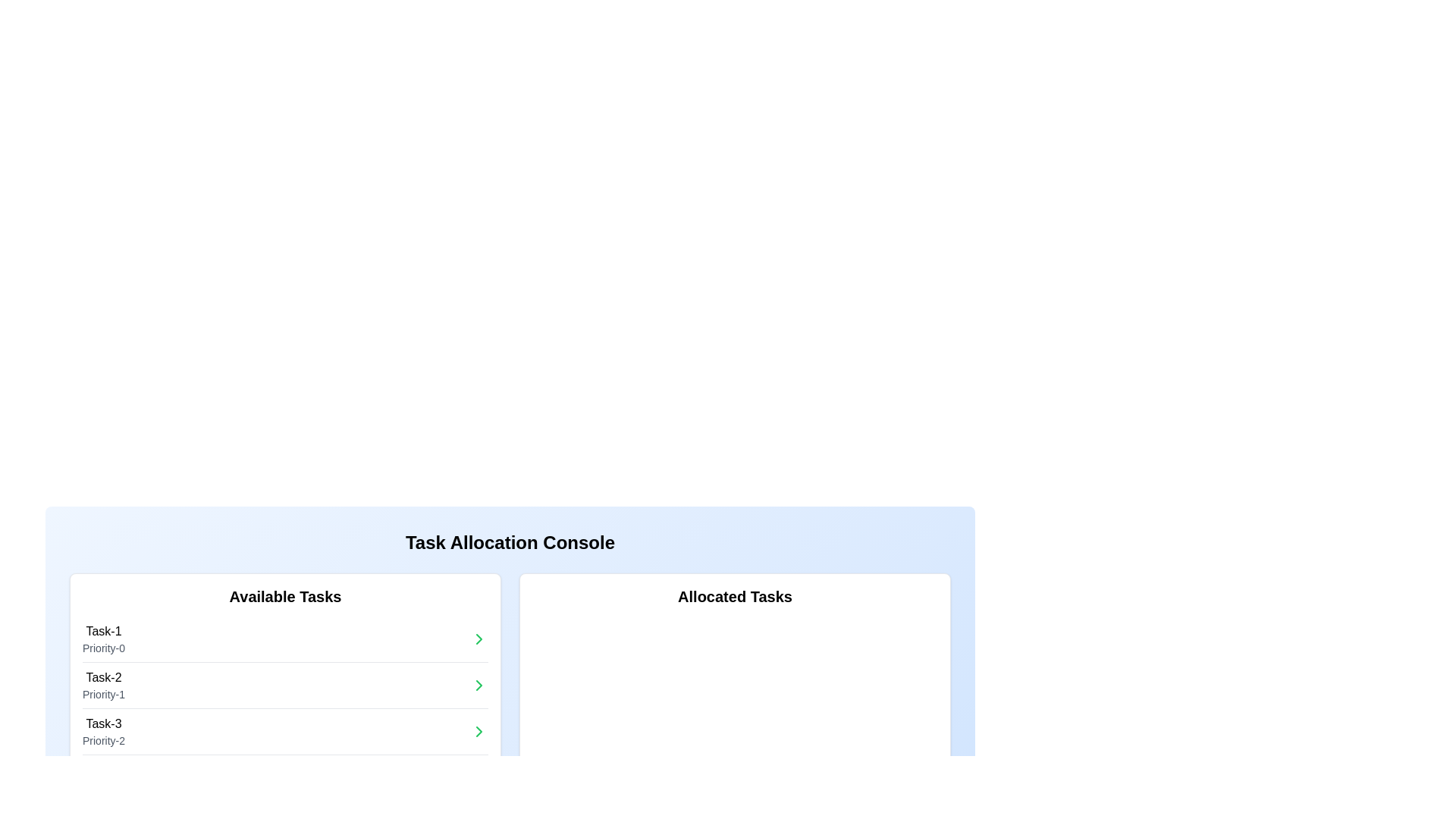  What do you see at coordinates (479, 685) in the screenshot?
I see `the Icon Button located at the right side of the 'Task-2 Priority-1' entry in the Task Allocation Console under 'Available Tasks'` at bounding box center [479, 685].